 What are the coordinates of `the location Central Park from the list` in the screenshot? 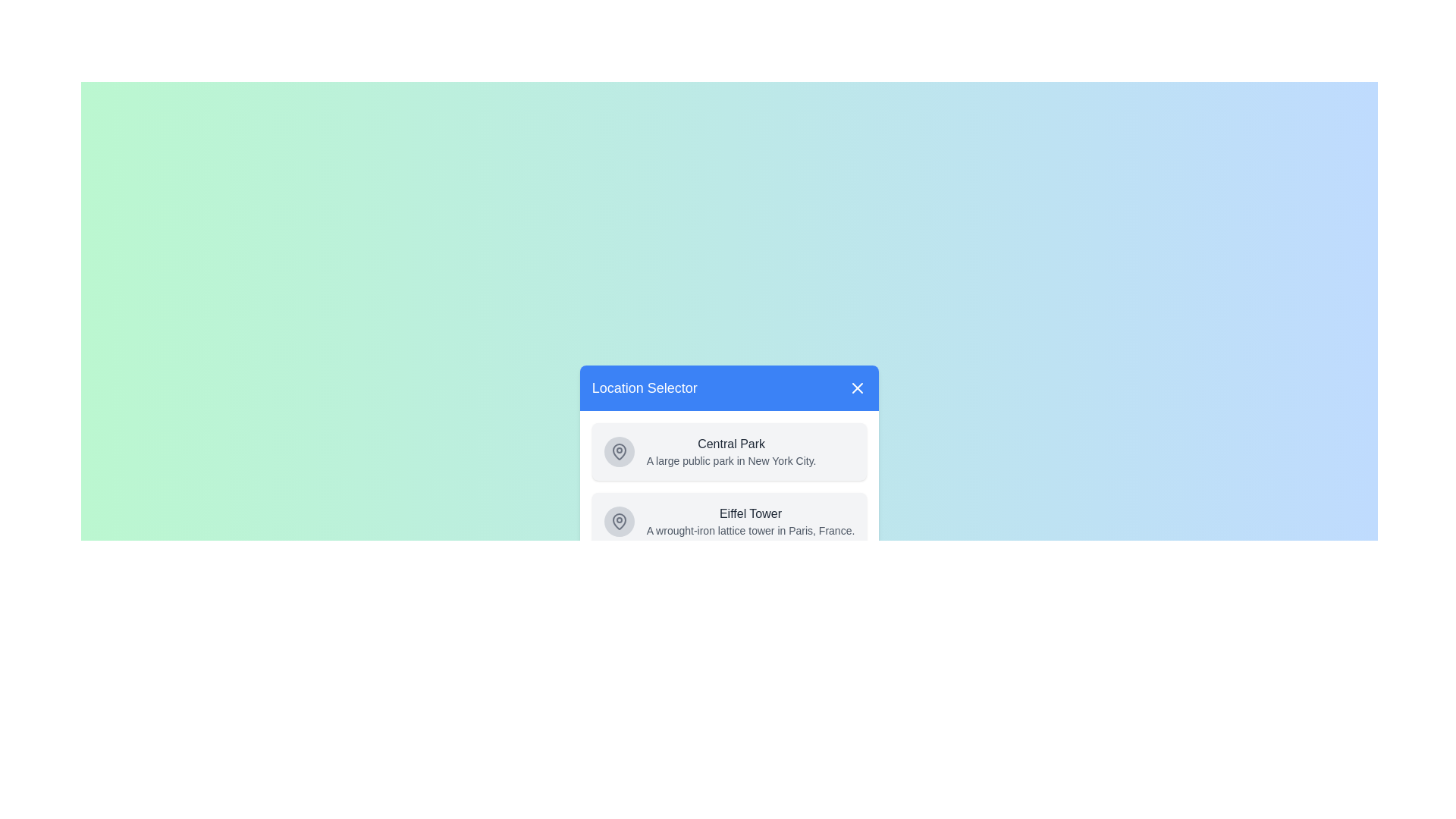 It's located at (729, 451).